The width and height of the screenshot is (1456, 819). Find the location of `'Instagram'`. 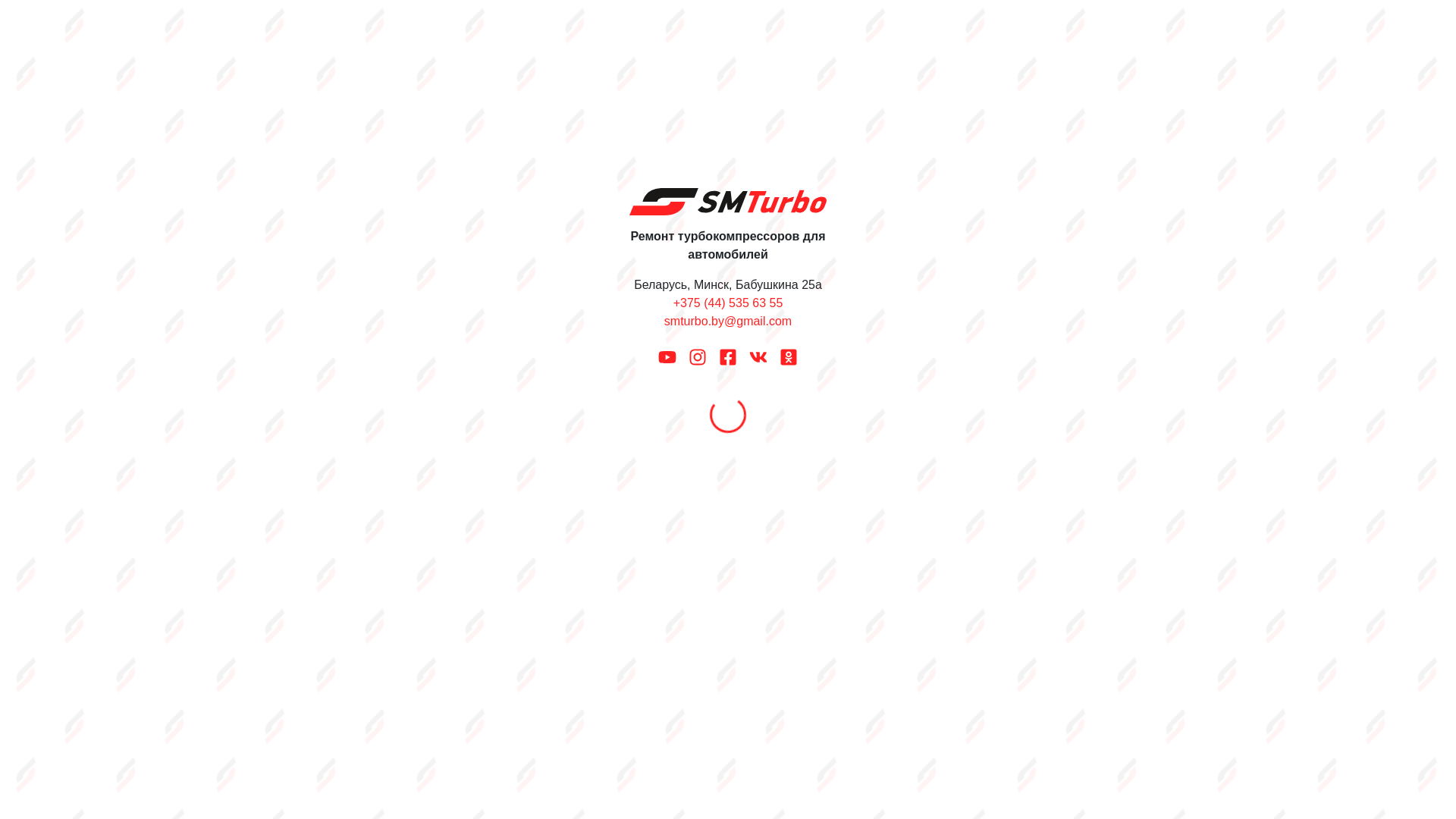

'Instagram' is located at coordinates (697, 356).